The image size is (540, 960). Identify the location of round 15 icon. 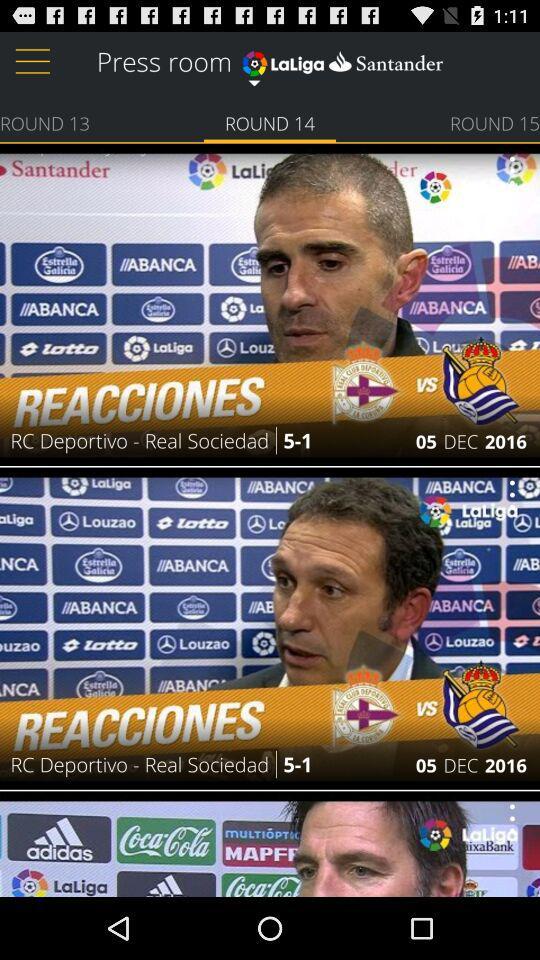
(494, 121).